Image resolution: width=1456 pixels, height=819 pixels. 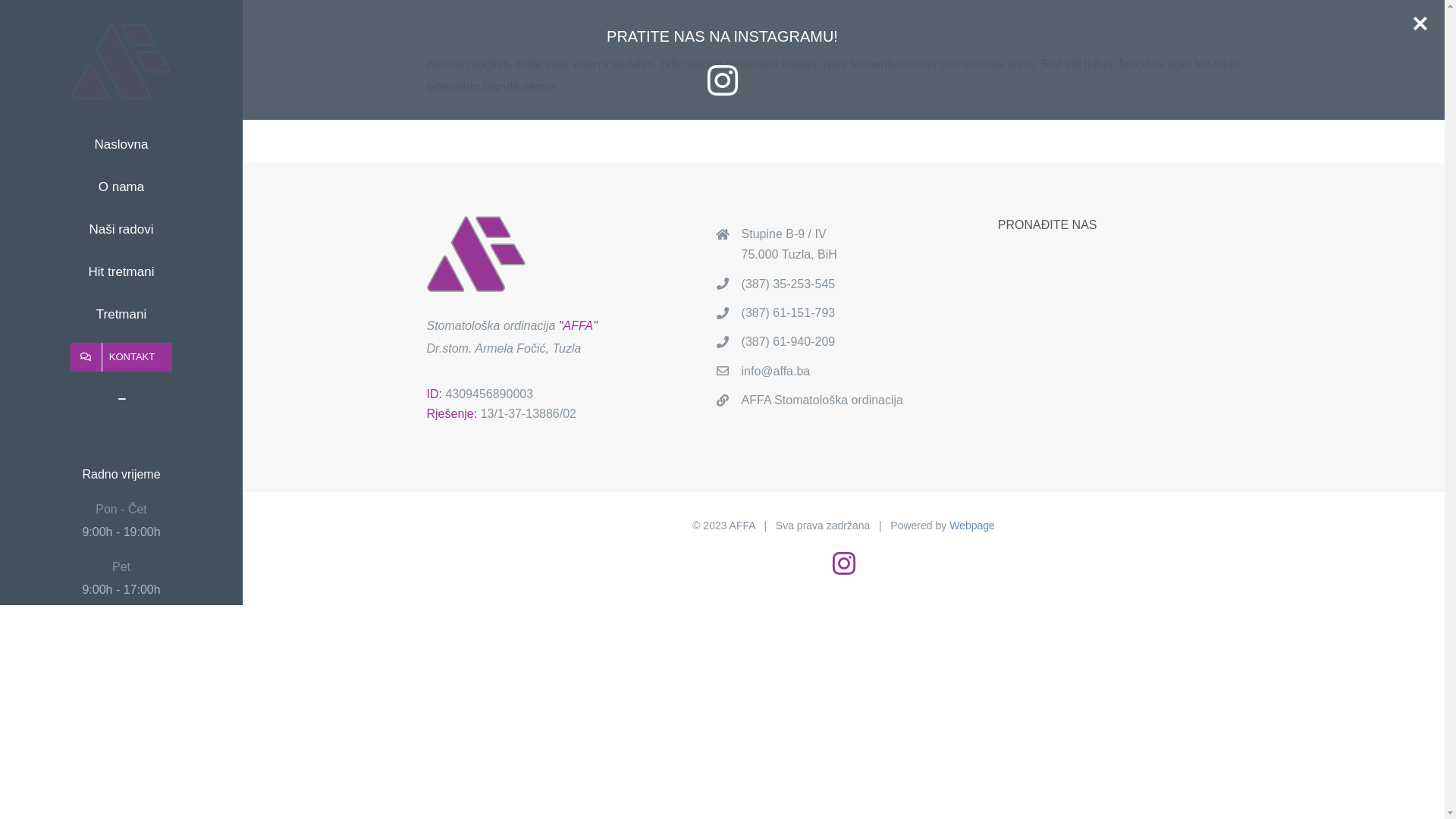 I want to click on 'info@affa.ba', so click(x=858, y=371).